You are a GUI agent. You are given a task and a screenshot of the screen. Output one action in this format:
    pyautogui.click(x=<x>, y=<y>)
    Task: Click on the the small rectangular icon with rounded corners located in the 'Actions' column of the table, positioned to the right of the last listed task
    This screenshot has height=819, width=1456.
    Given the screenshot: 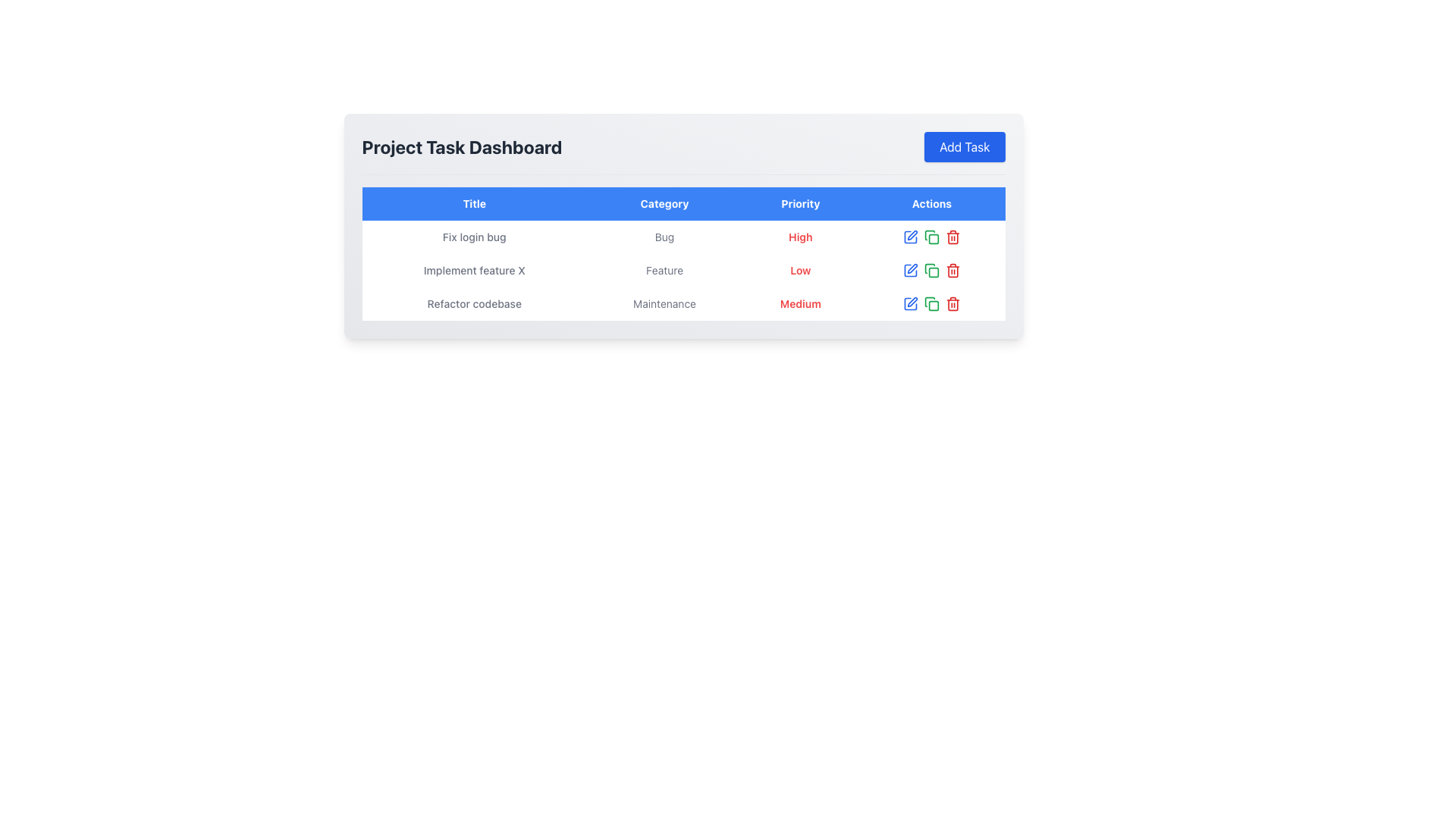 What is the action you would take?
    pyautogui.click(x=933, y=271)
    